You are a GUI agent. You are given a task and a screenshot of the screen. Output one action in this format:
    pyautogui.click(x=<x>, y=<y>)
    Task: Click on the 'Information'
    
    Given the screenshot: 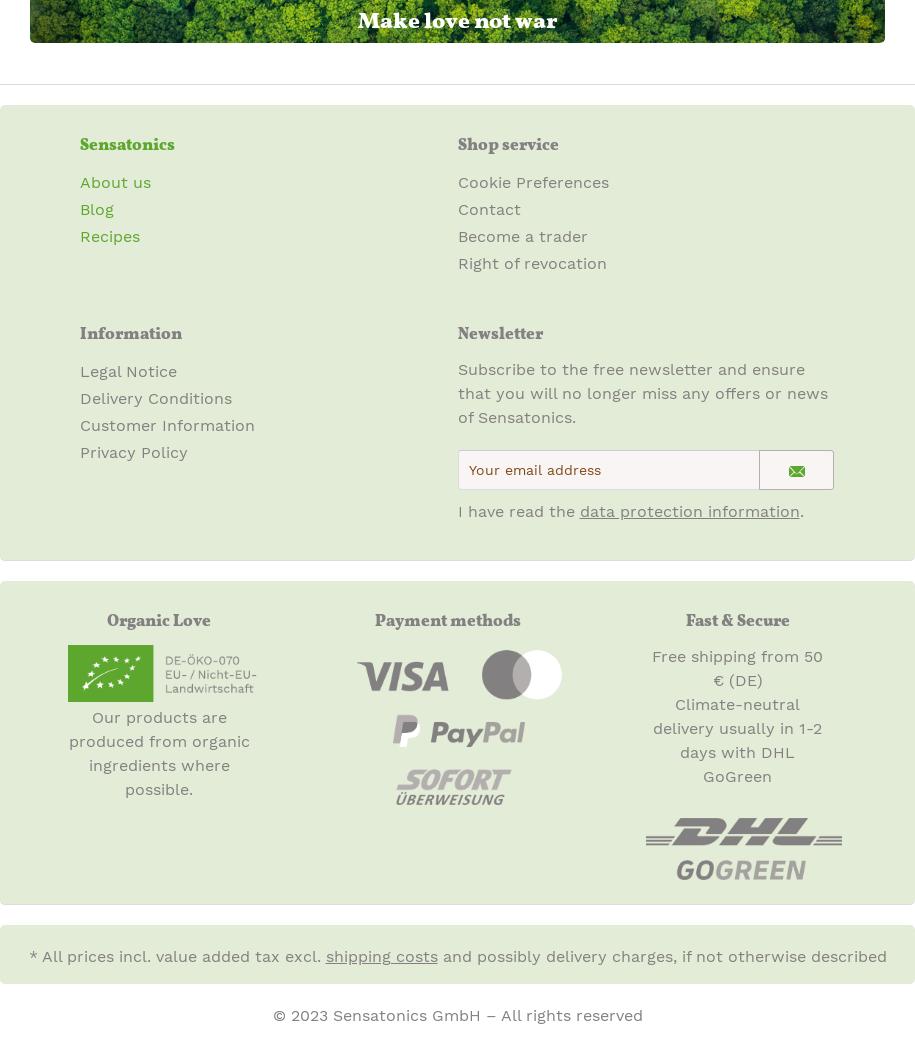 What is the action you would take?
    pyautogui.click(x=131, y=332)
    